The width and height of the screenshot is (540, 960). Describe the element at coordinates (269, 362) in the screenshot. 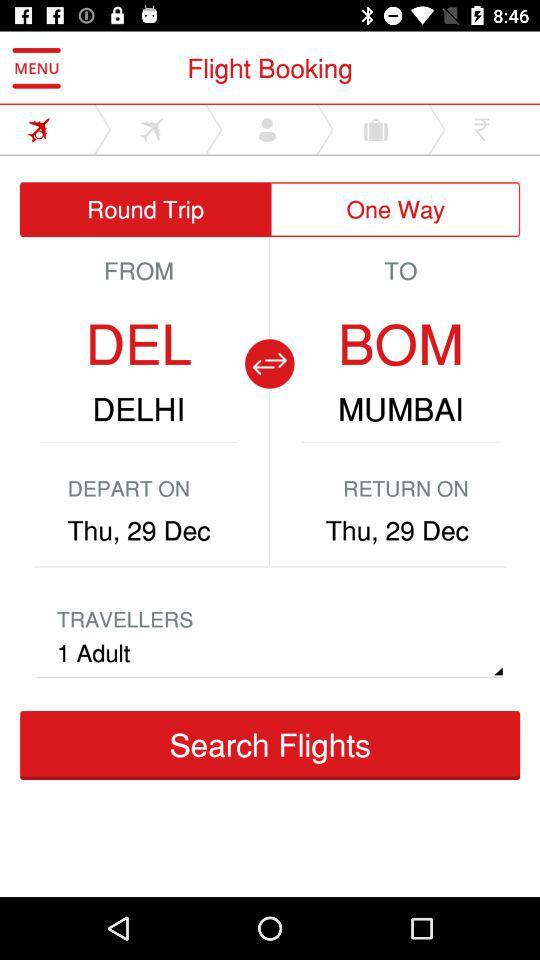

I see `show reverse trip` at that location.